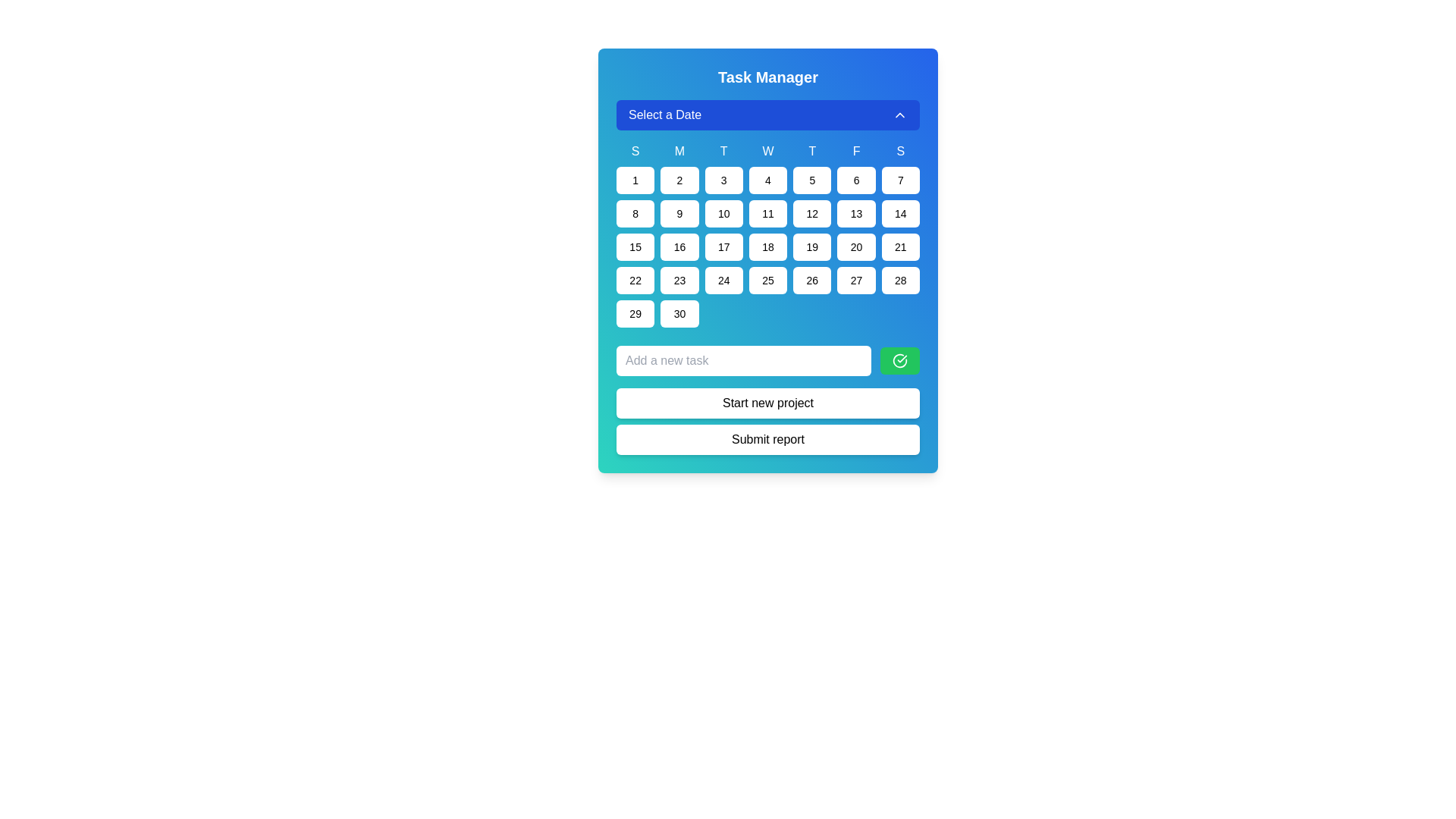 The image size is (1456, 819). What do you see at coordinates (723, 152) in the screenshot?
I see `the text label displaying a capitalized 'T' in white font, which is the third element in a horizontal list at the top of a grid layout, situated between 'M' and 'W'` at bounding box center [723, 152].